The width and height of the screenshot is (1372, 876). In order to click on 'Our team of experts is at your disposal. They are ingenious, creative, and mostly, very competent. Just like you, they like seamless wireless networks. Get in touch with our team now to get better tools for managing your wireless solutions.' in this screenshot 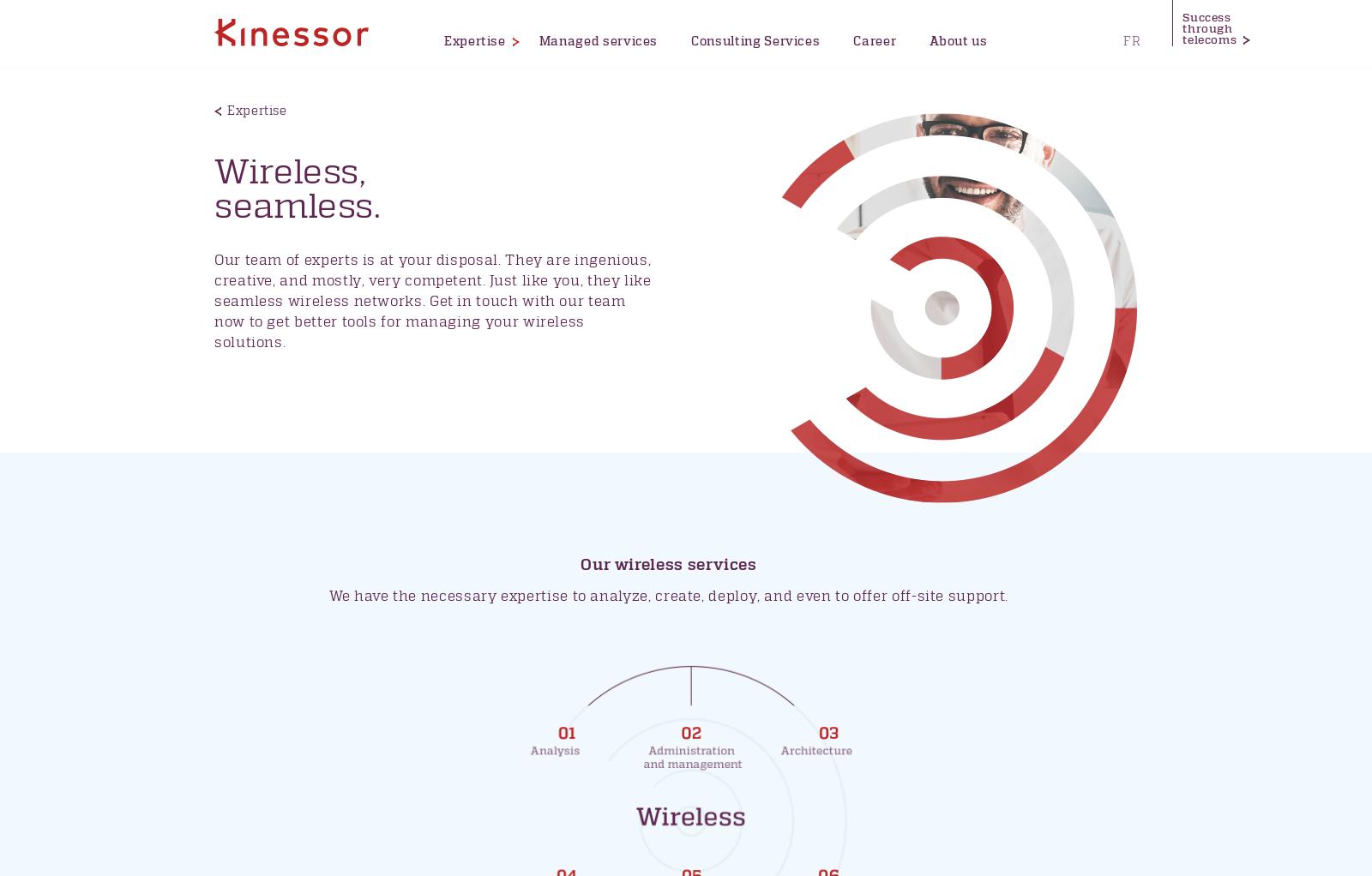, I will do `click(214, 301)`.